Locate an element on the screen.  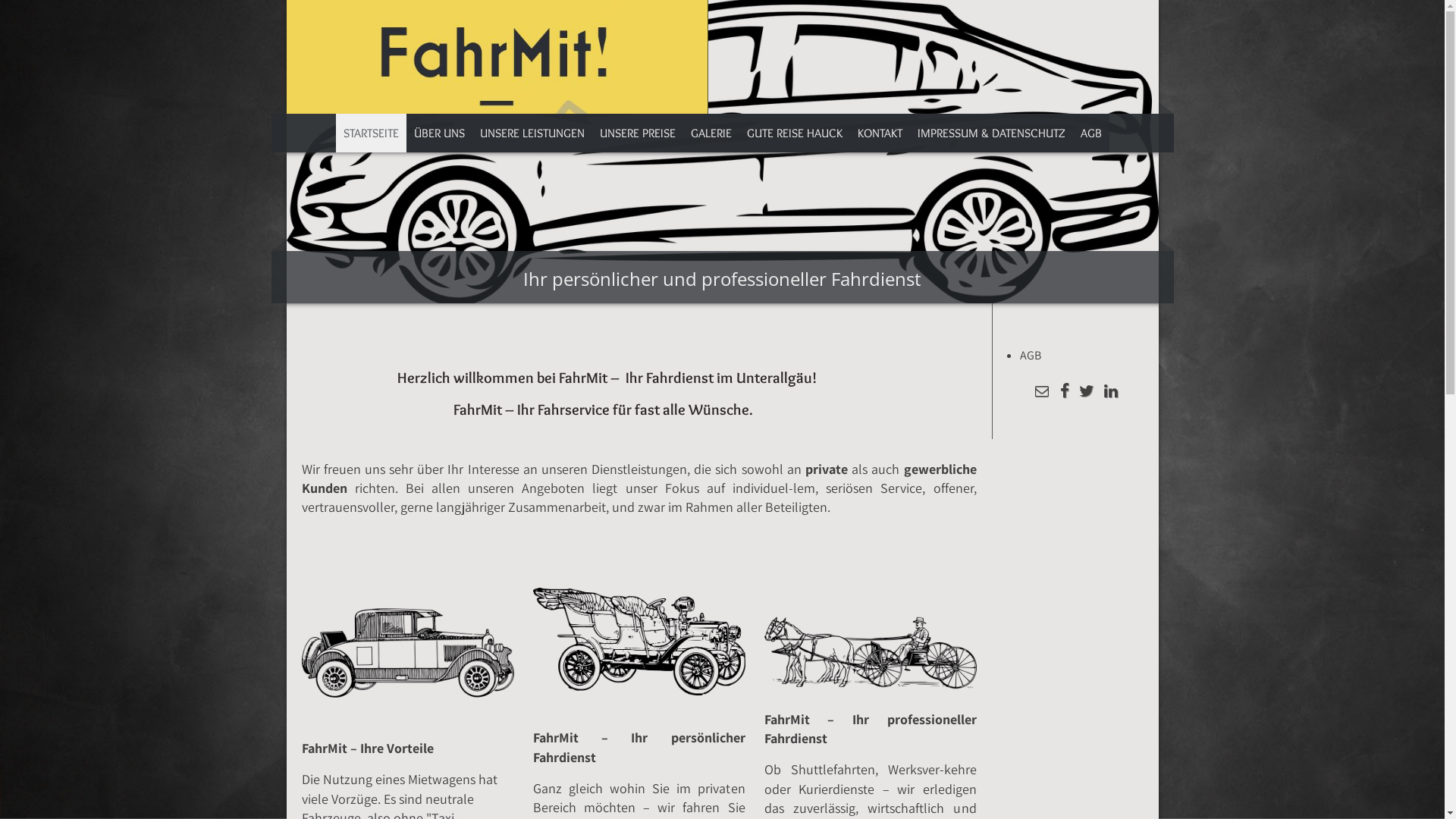
'Facebook' is located at coordinates (1063, 391).